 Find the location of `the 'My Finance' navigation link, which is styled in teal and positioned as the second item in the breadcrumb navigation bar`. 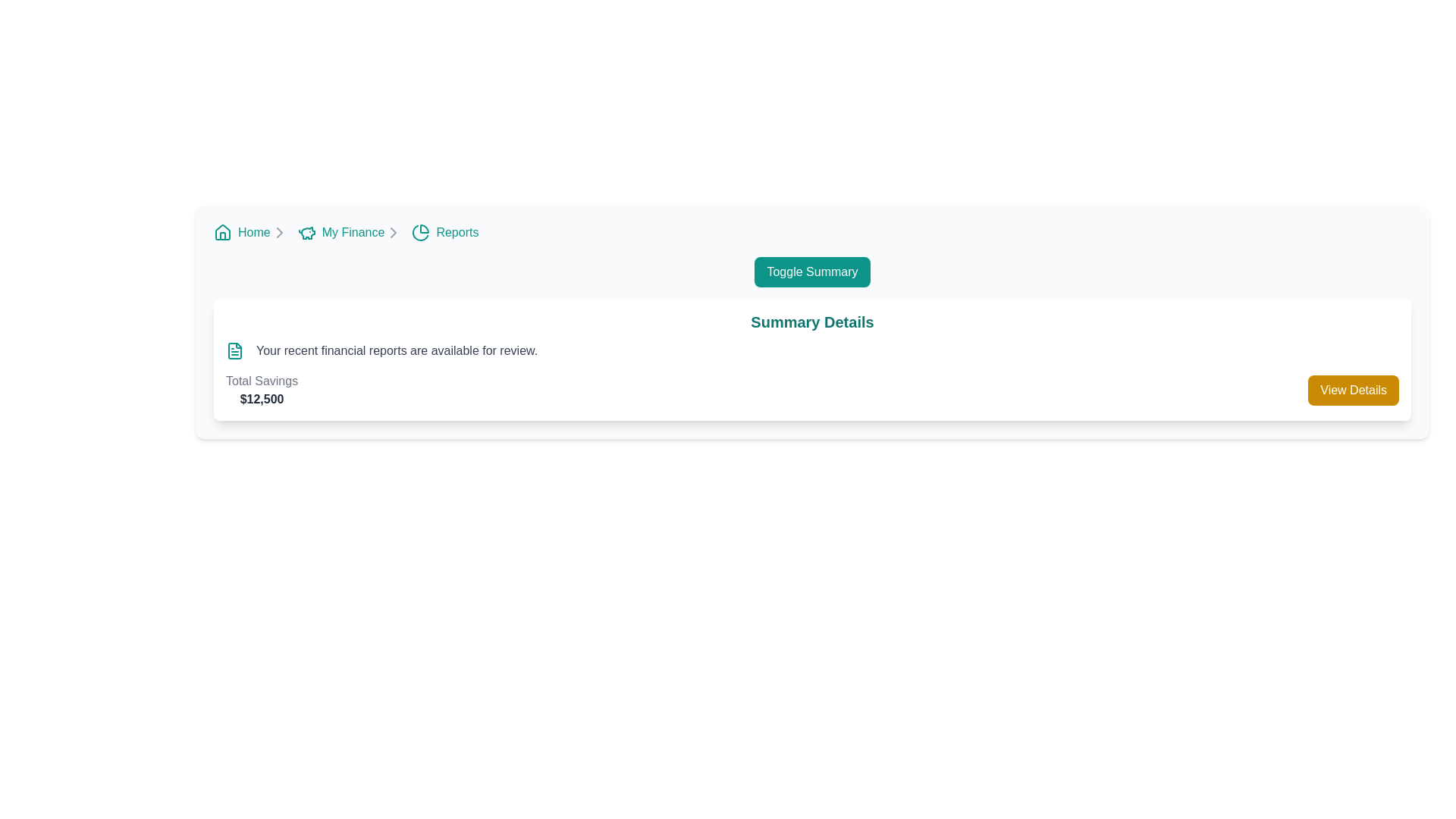

the 'My Finance' navigation link, which is styled in teal and positioned as the second item in the breadcrumb navigation bar is located at coordinates (352, 233).